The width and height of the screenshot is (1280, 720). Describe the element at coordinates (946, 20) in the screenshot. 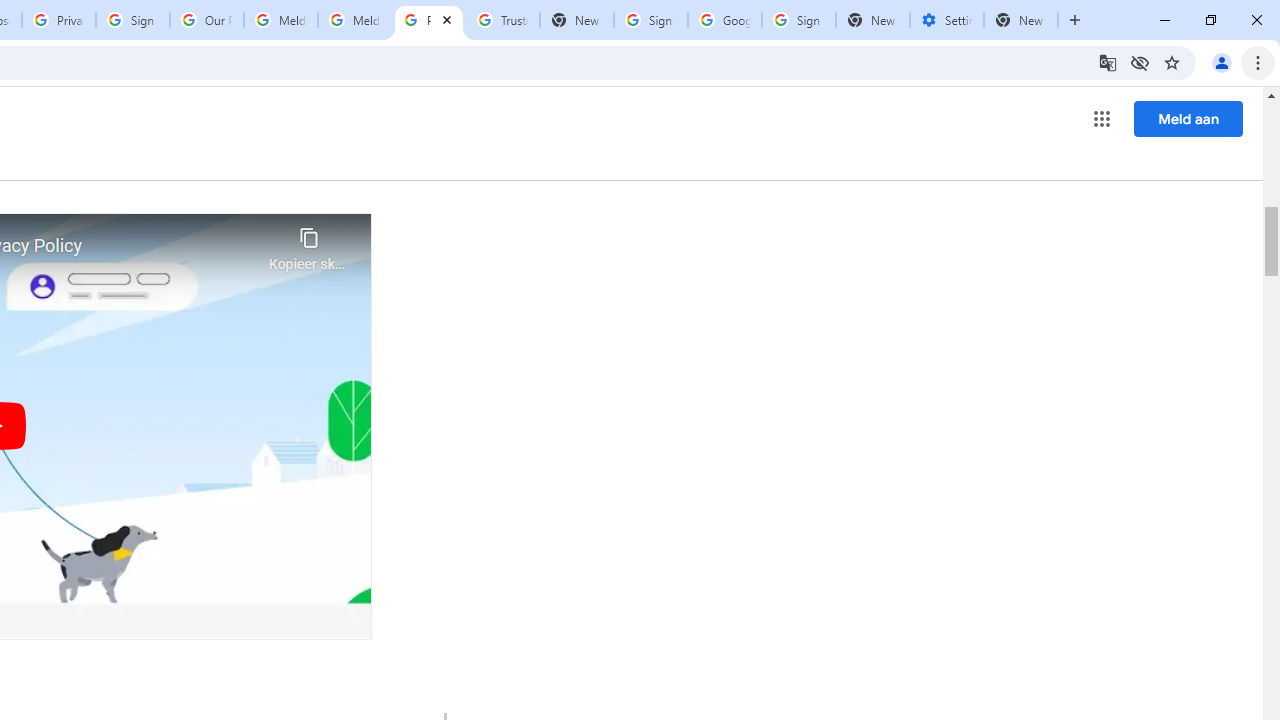

I see `'Settings - Addresses and more'` at that location.